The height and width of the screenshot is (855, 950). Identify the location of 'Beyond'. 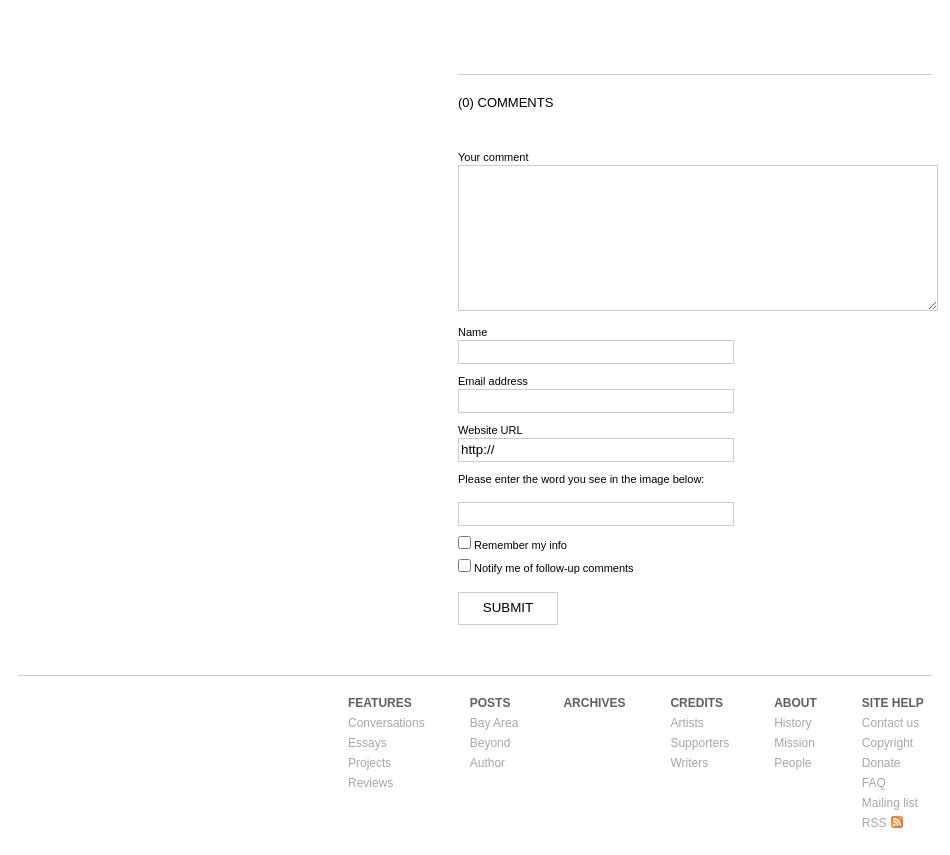
(489, 741).